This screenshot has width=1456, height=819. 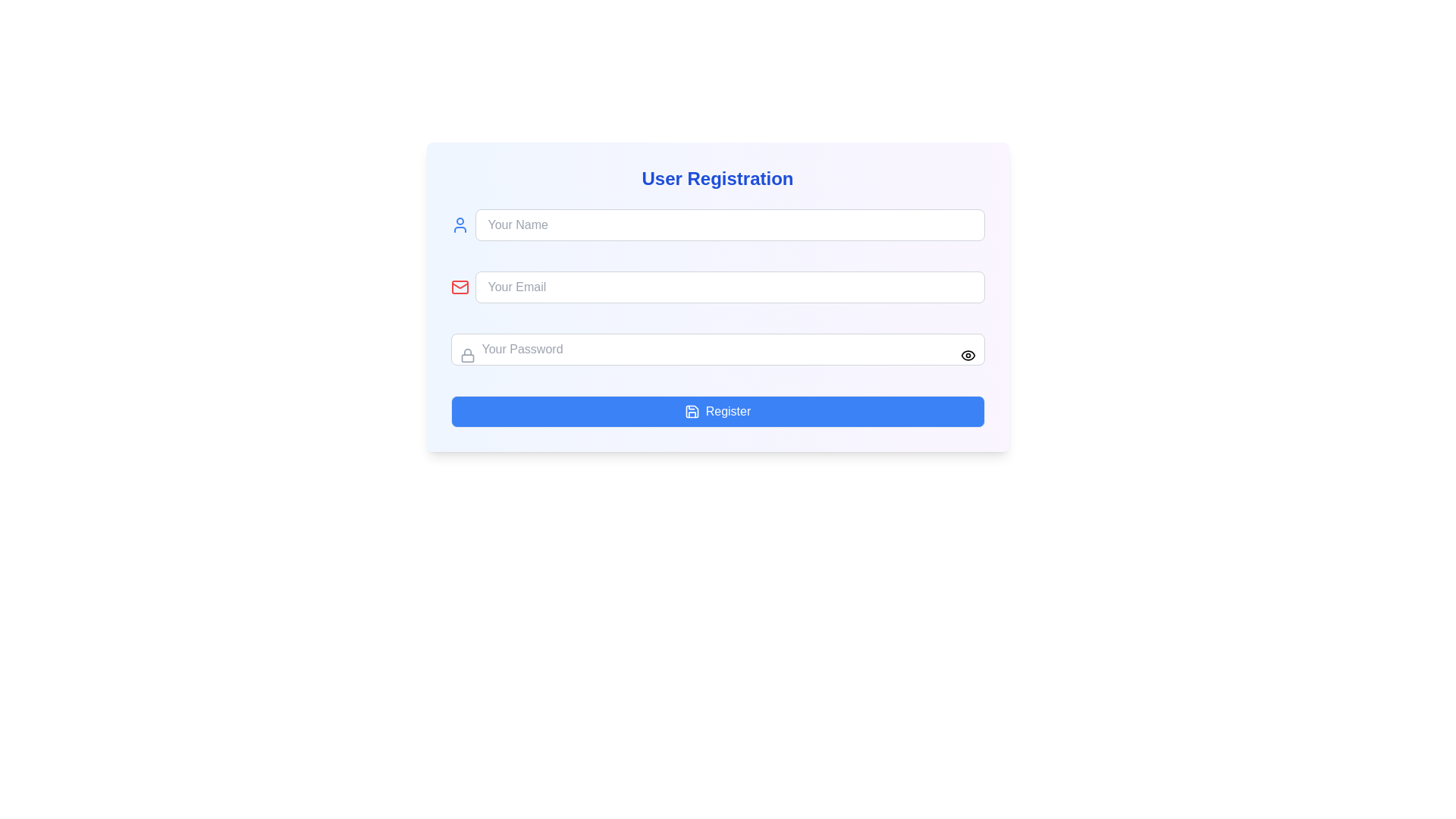 I want to click on the mail icon background element, which serves as the main rectangular base adjacent to the 'Your Email' input field label, so click(x=459, y=287).